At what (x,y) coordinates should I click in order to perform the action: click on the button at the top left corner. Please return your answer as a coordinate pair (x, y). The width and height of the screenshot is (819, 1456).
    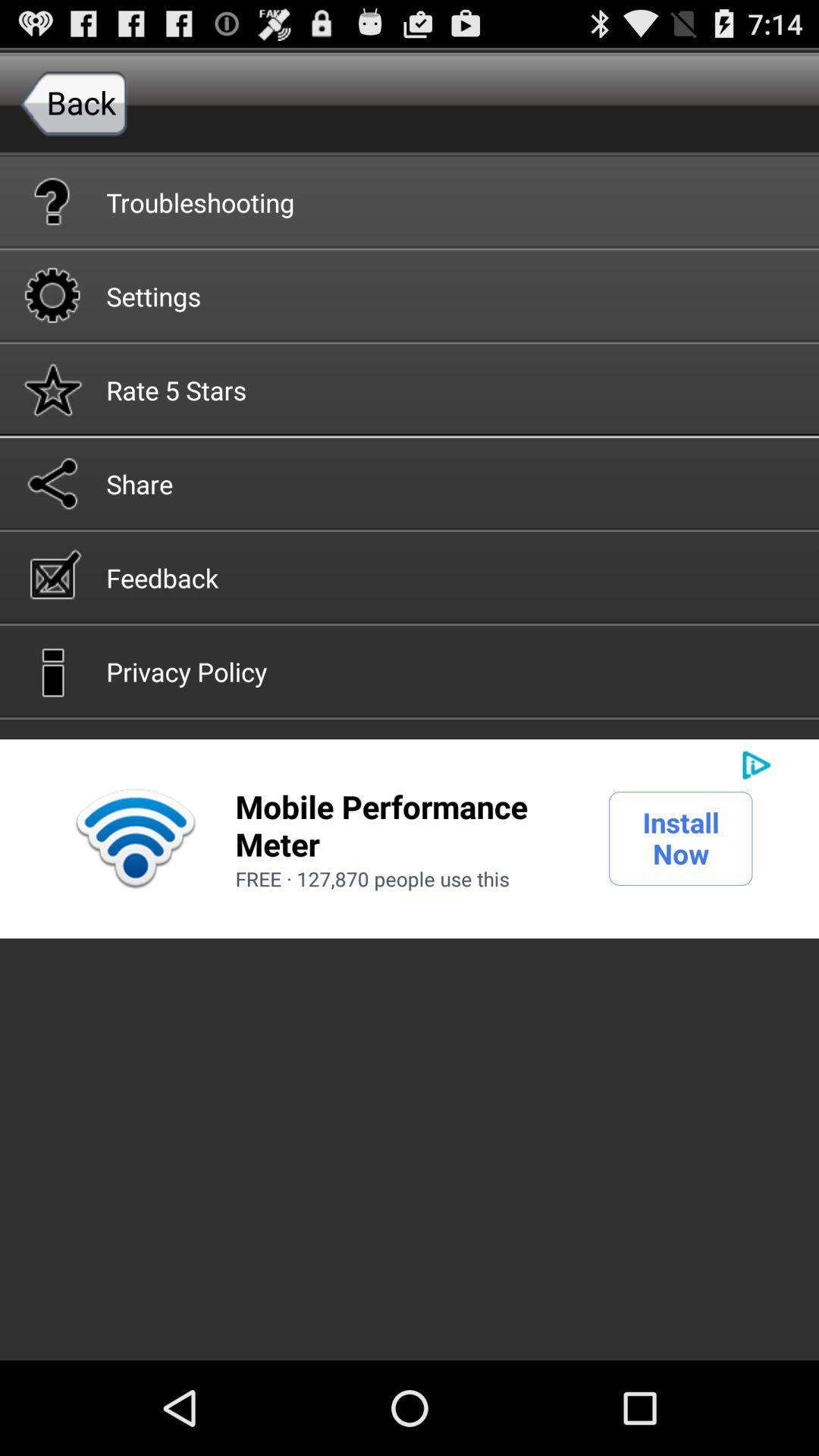
    Looking at the image, I should click on (74, 102).